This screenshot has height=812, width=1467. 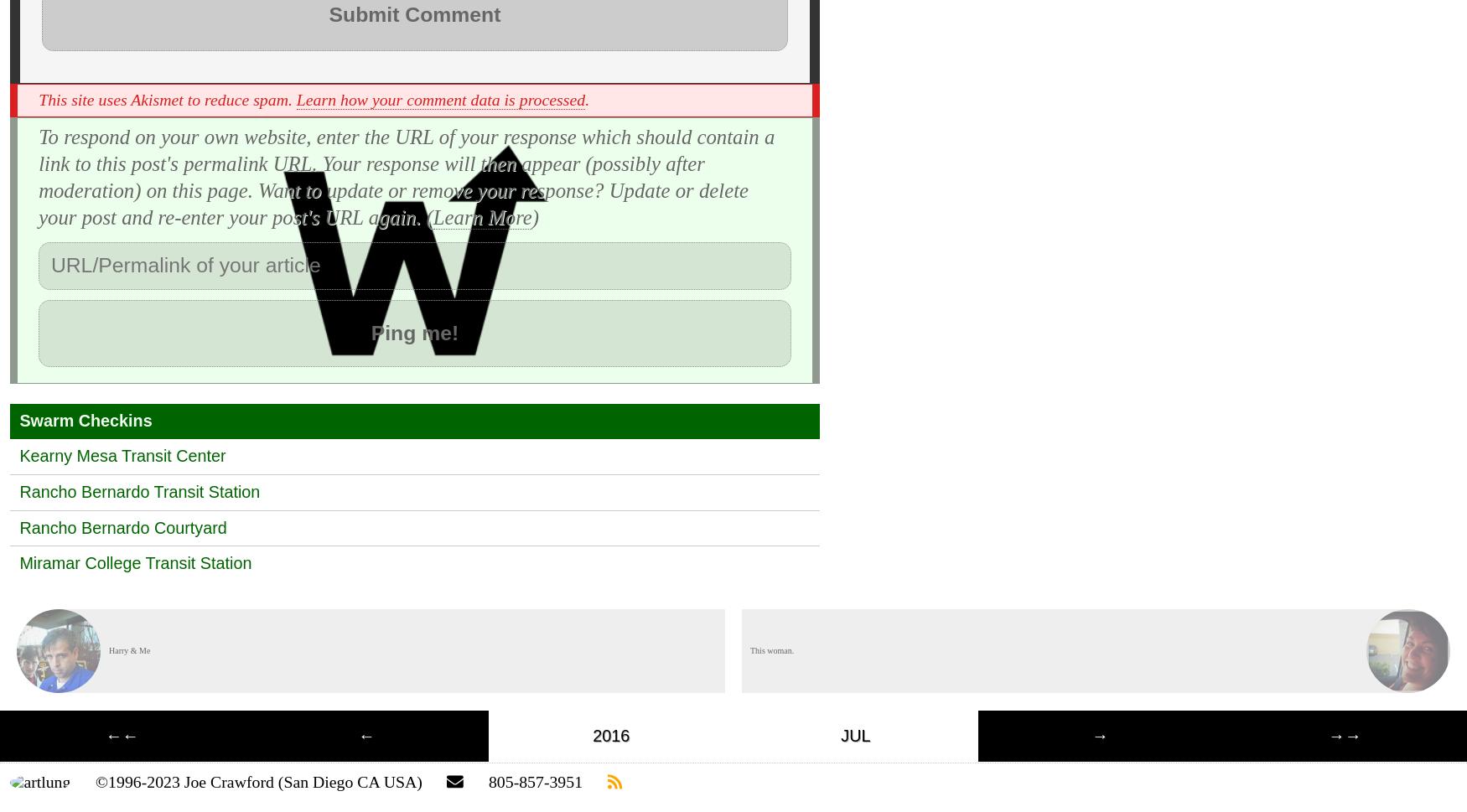 What do you see at coordinates (95, 780) in the screenshot?
I see `'©1996-2023'` at bounding box center [95, 780].